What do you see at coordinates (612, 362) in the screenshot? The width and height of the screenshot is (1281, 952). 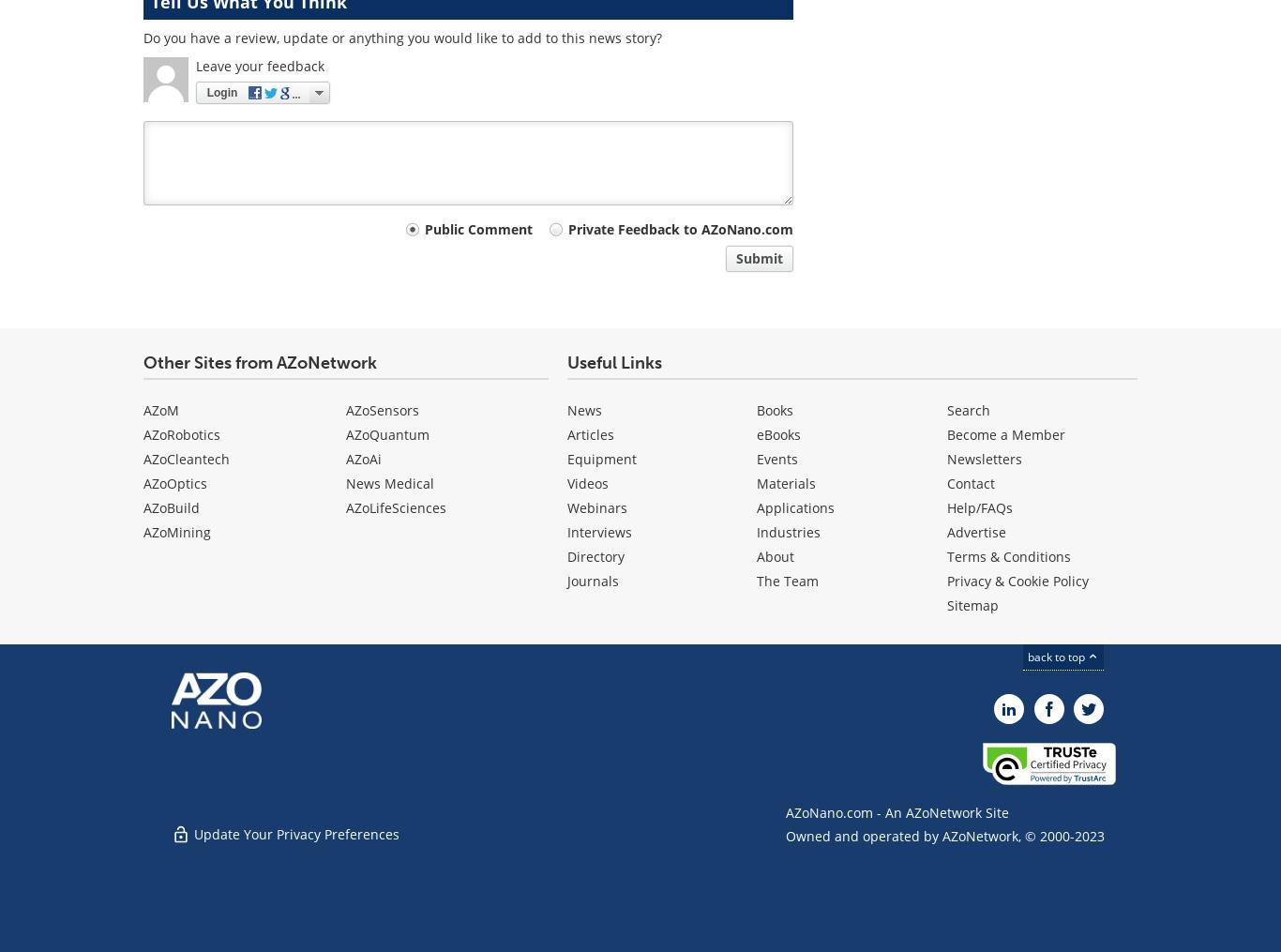 I see `'Useful Links'` at bounding box center [612, 362].